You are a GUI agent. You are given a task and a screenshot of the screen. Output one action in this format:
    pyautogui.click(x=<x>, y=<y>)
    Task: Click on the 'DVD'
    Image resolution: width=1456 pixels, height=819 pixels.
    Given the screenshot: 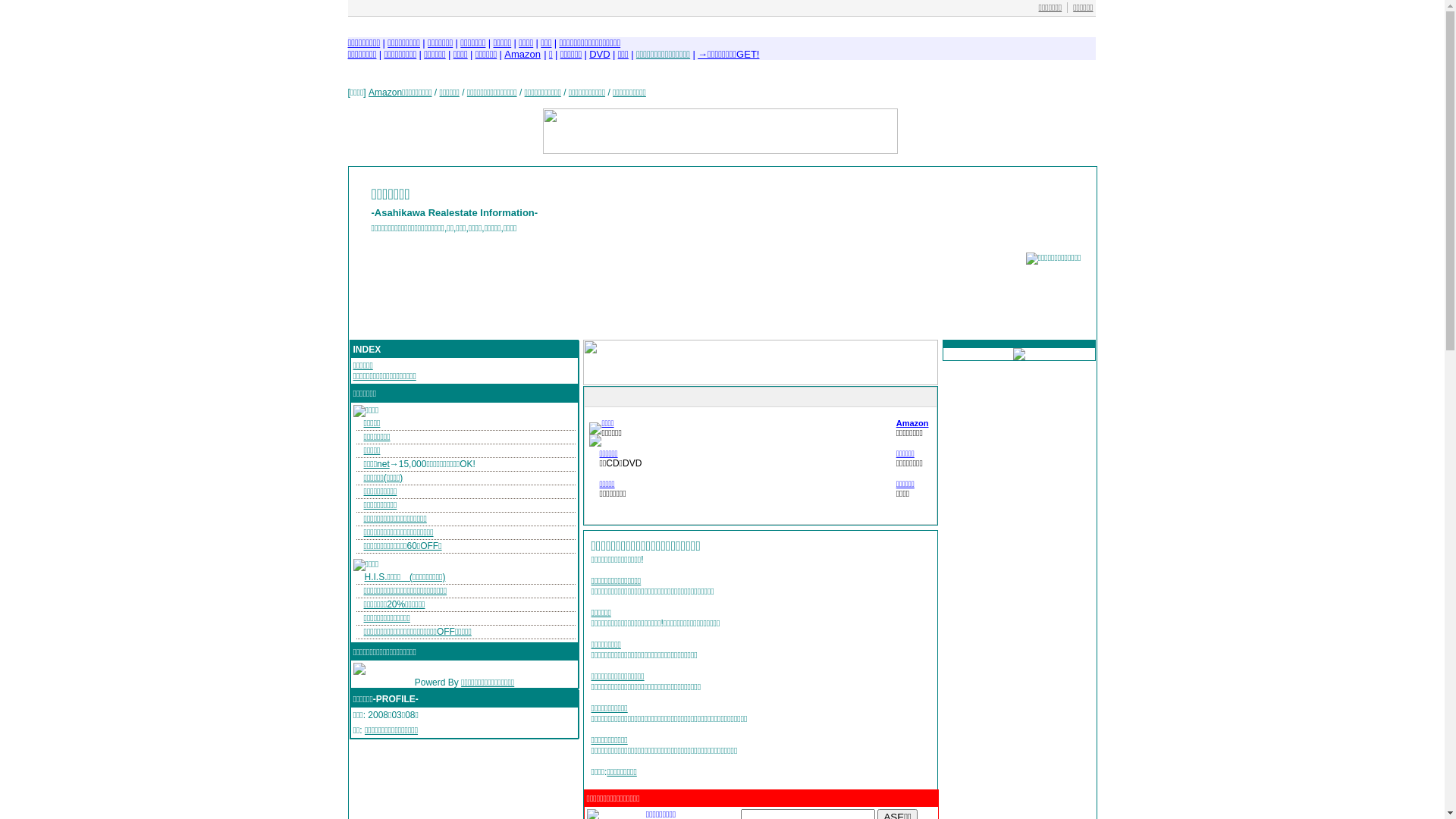 What is the action you would take?
    pyautogui.click(x=598, y=53)
    